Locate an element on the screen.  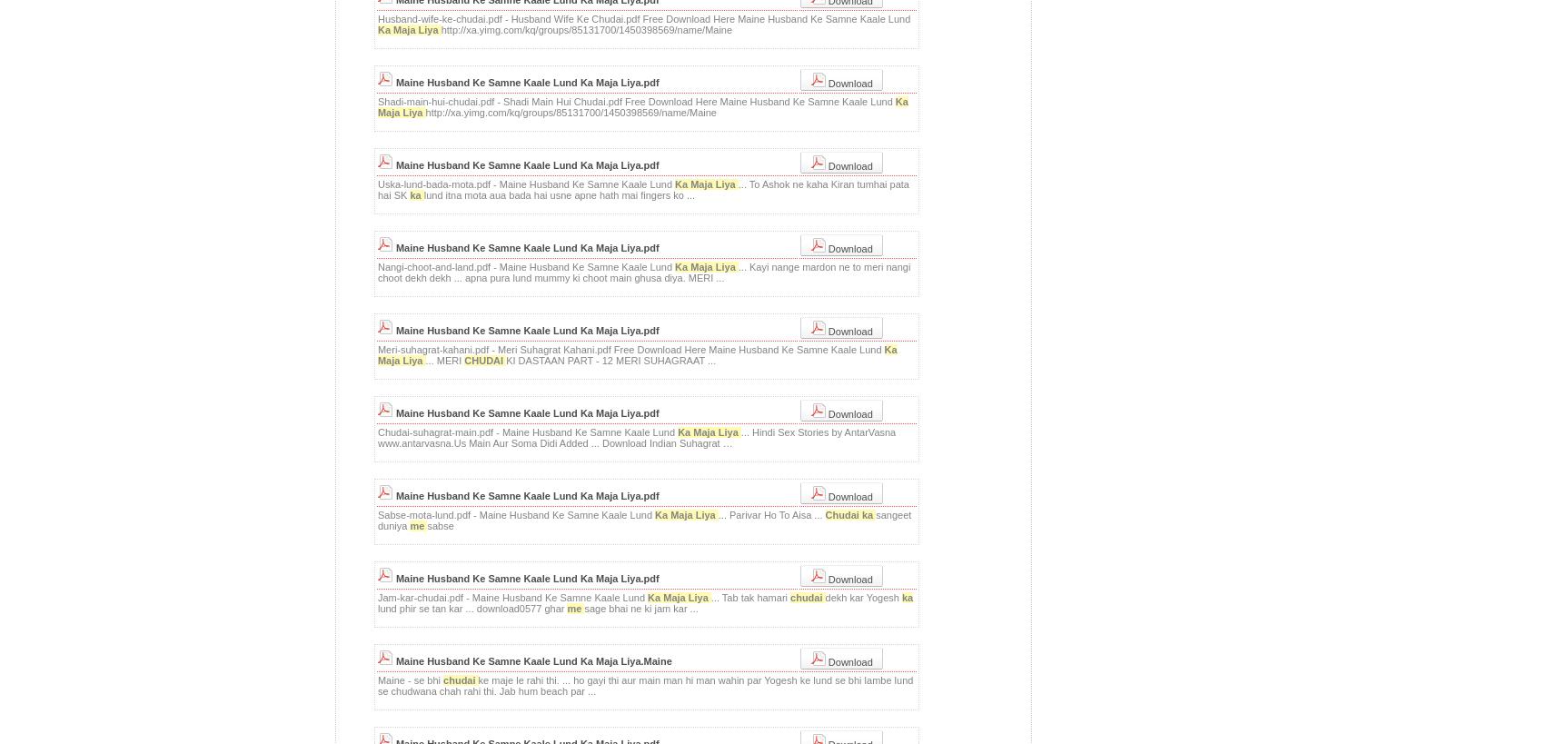
'dekh kar Yogesh' is located at coordinates (862, 597).